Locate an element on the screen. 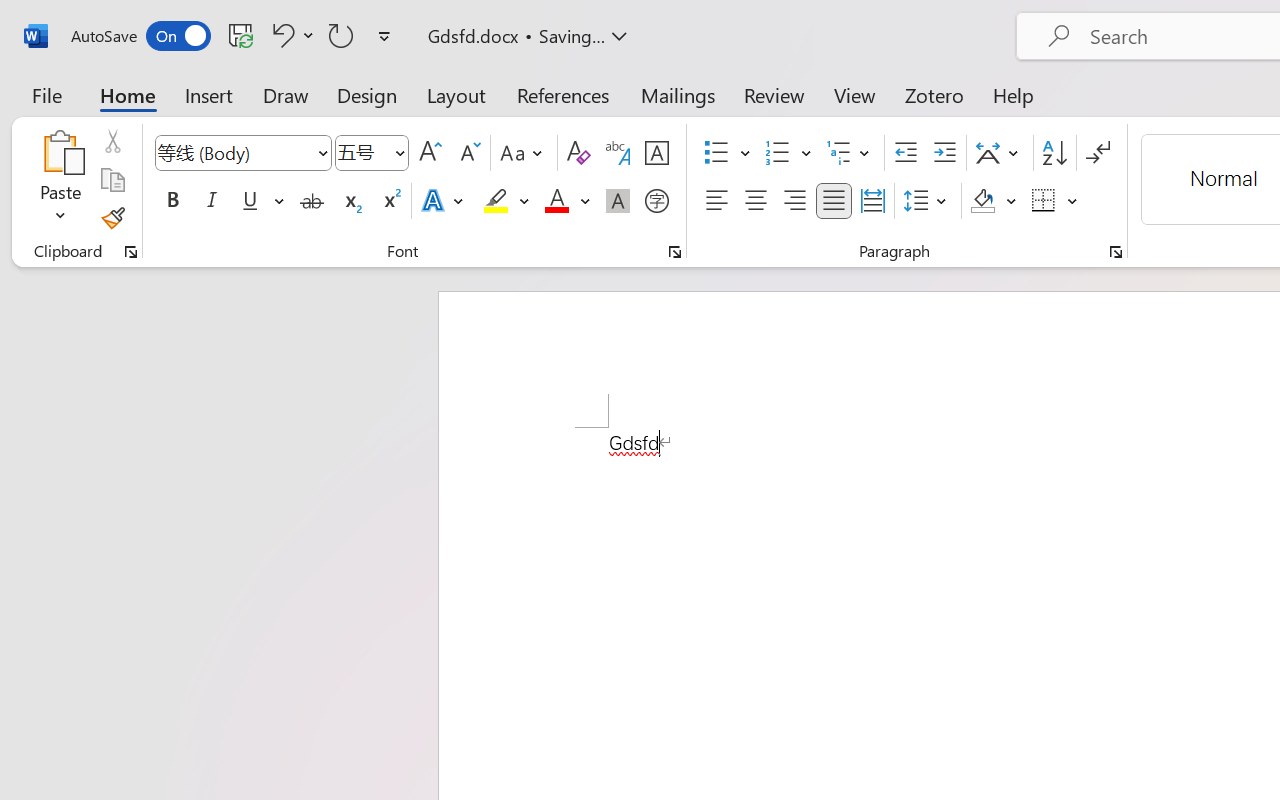  'Subscript' is located at coordinates (350, 201).